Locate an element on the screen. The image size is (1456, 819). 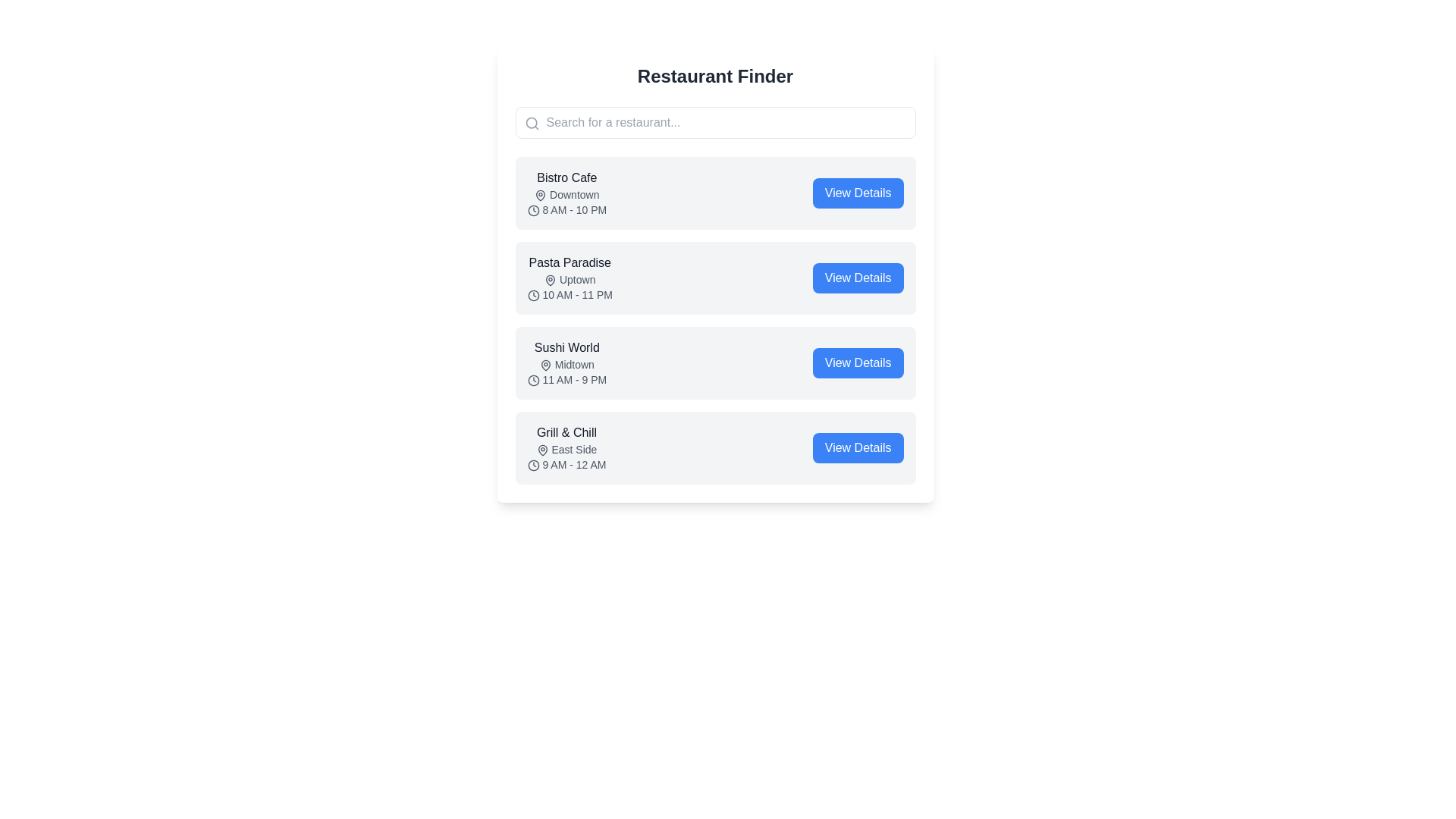
the small gray magnifying glass icon representing the search function located in the search bar under the title 'Restaurant Finder' is located at coordinates (532, 122).